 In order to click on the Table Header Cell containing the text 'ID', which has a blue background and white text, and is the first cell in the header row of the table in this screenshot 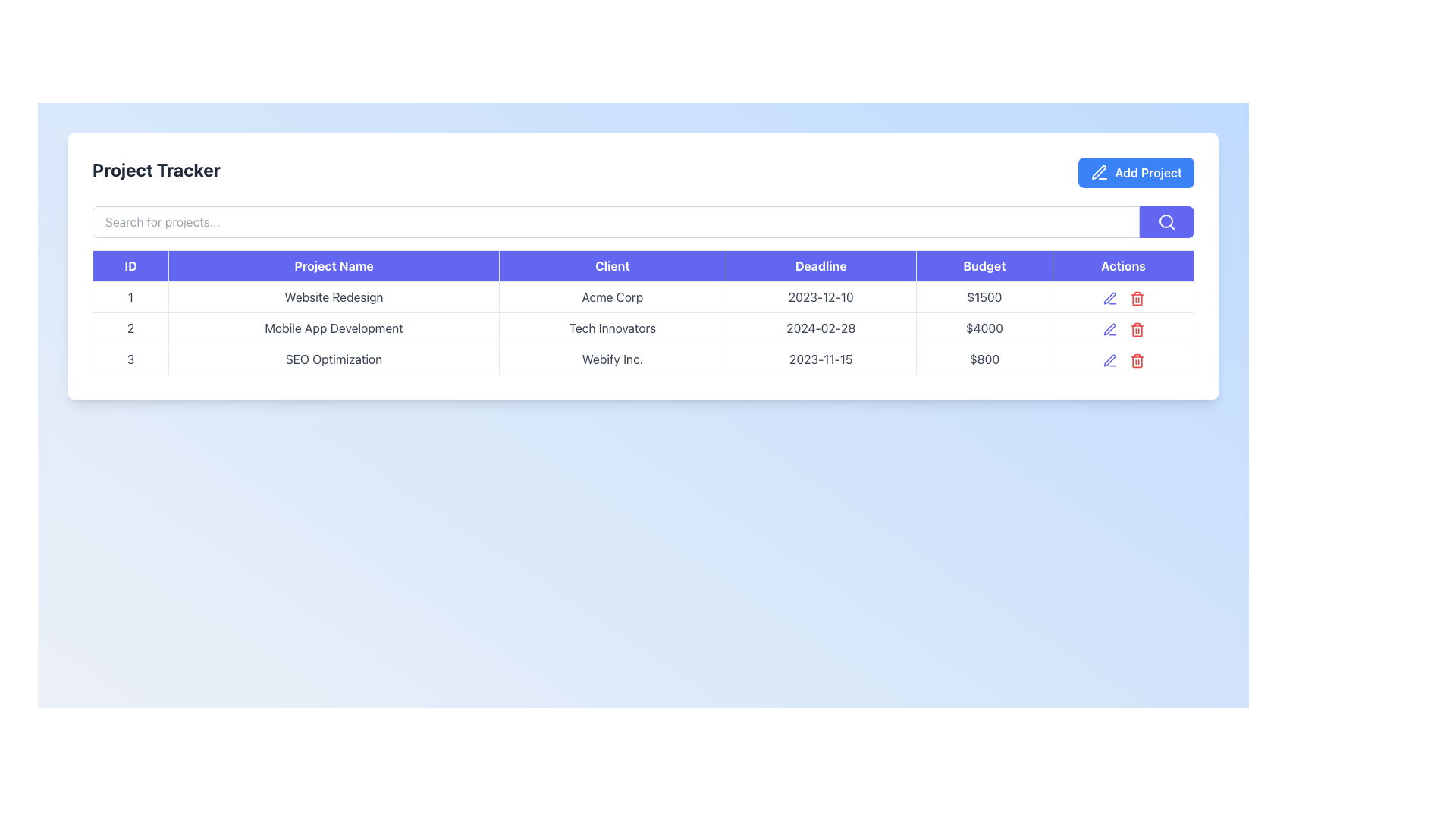, I will do `click(130, 265)`.